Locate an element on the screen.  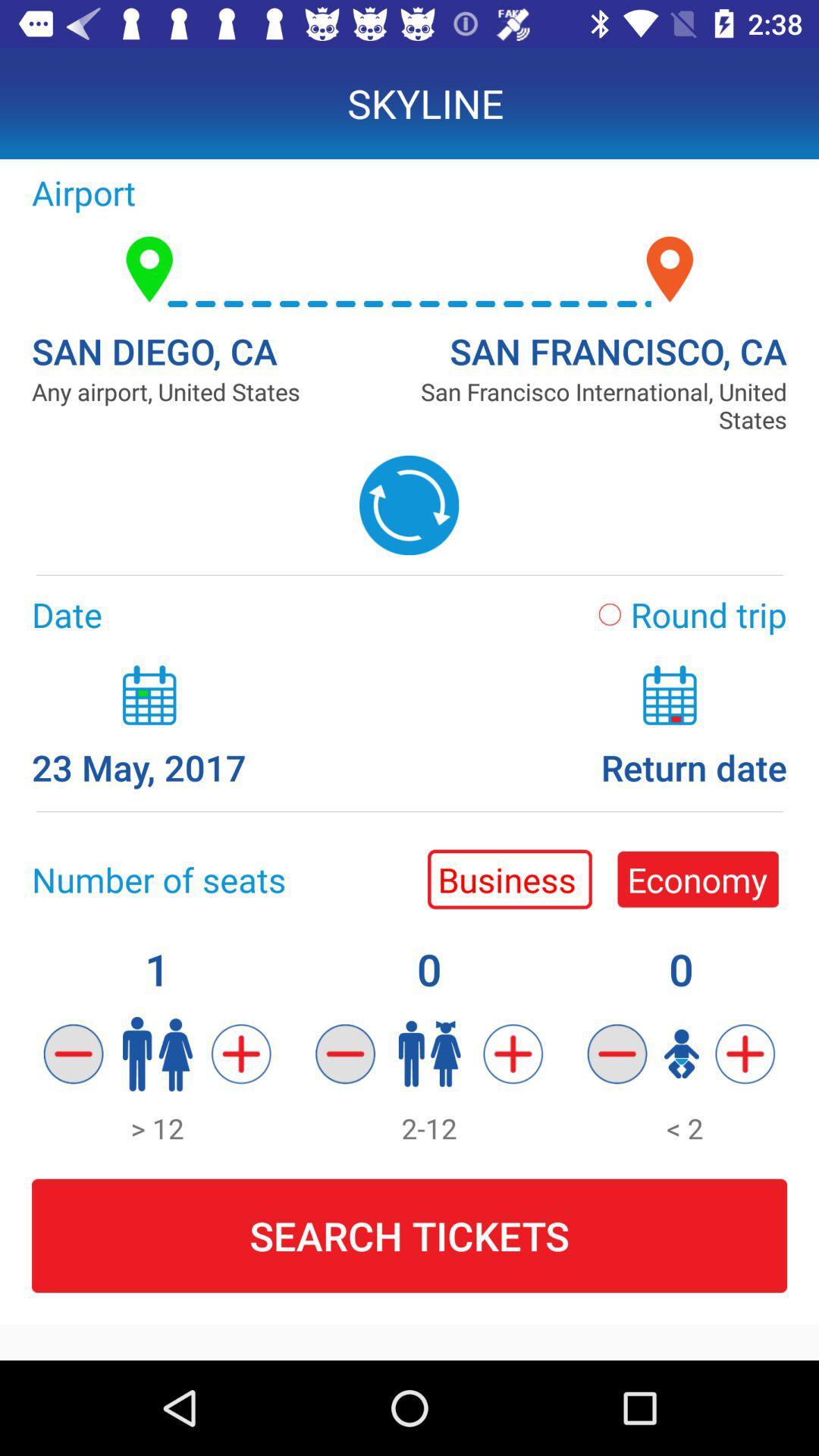
search tickets is located at coordinates (409, 1236).